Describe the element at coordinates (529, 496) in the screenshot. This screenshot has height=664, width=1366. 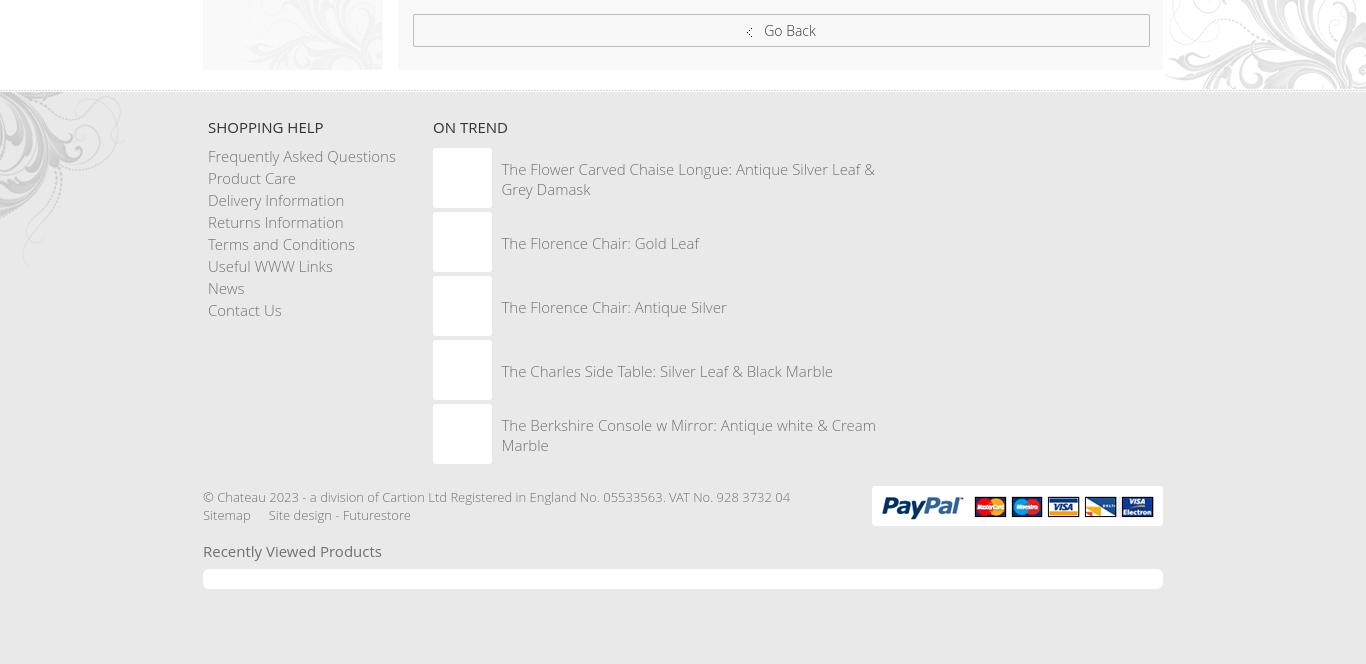
I see `'2023  -  a division of Cartion Ltd Registered in England No. 05533563. VAT No. 928 3732 04'` at that location.